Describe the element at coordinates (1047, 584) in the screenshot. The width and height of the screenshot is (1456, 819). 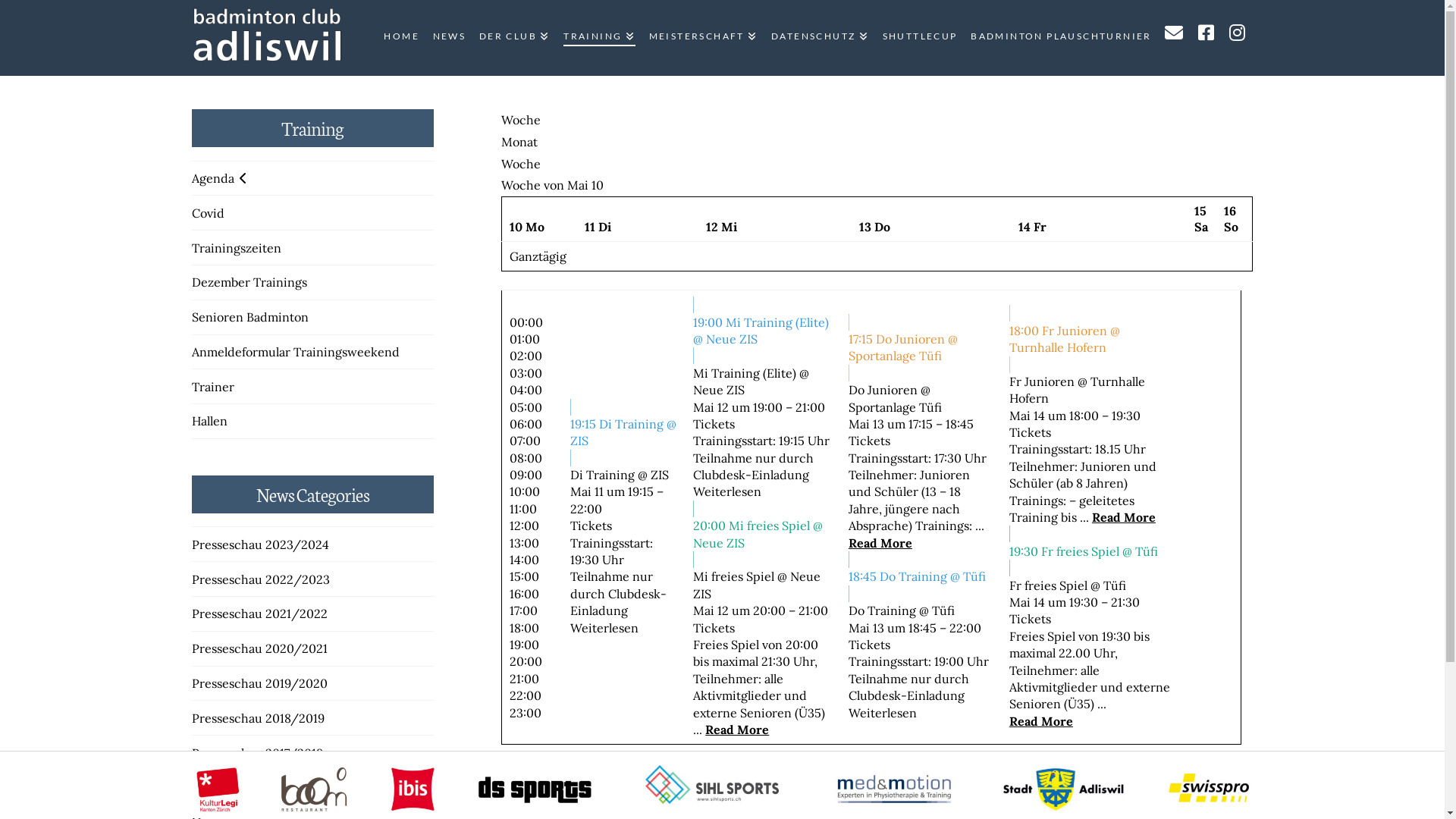
I see `'Fr freies Spiel'` at that location.